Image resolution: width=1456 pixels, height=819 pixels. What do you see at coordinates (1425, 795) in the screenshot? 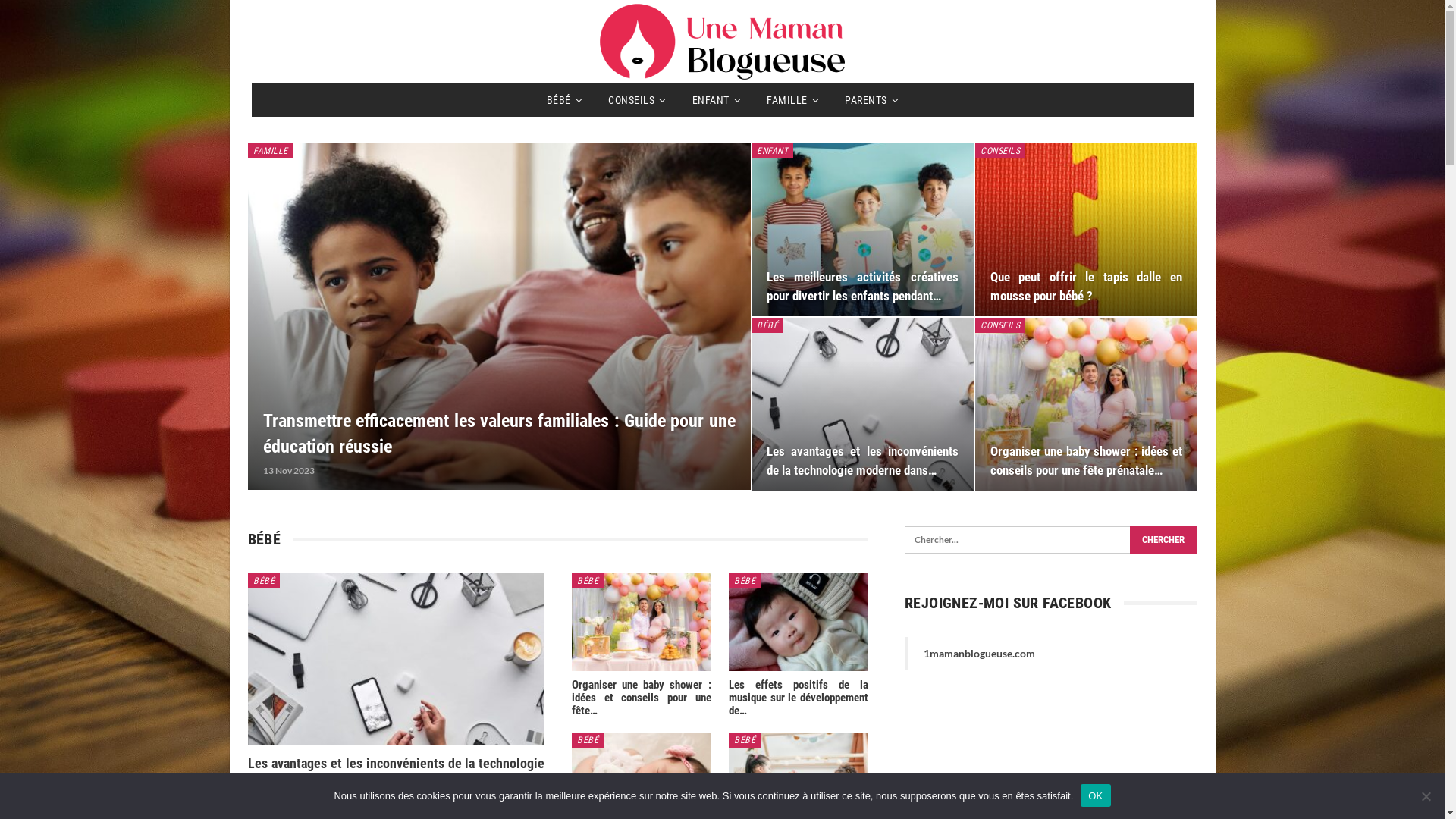
I see `'Non'` at bounding box center [1425, 795].